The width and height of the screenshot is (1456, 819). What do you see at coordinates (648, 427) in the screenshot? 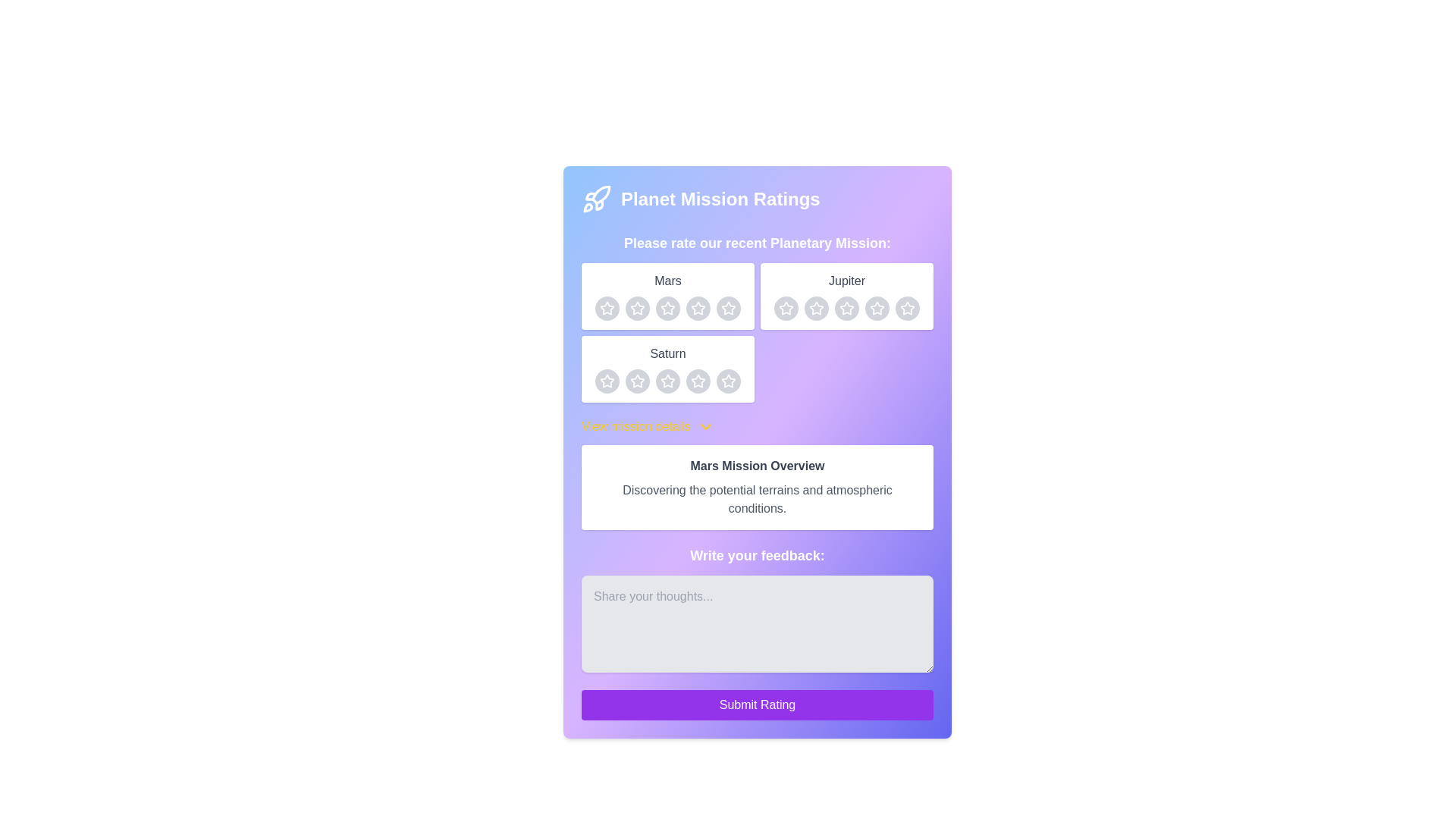
I see `the 'View mission details' dropdown trigger, which is a bold yellow label with a chevron icon` at bounding box center [648, 427].